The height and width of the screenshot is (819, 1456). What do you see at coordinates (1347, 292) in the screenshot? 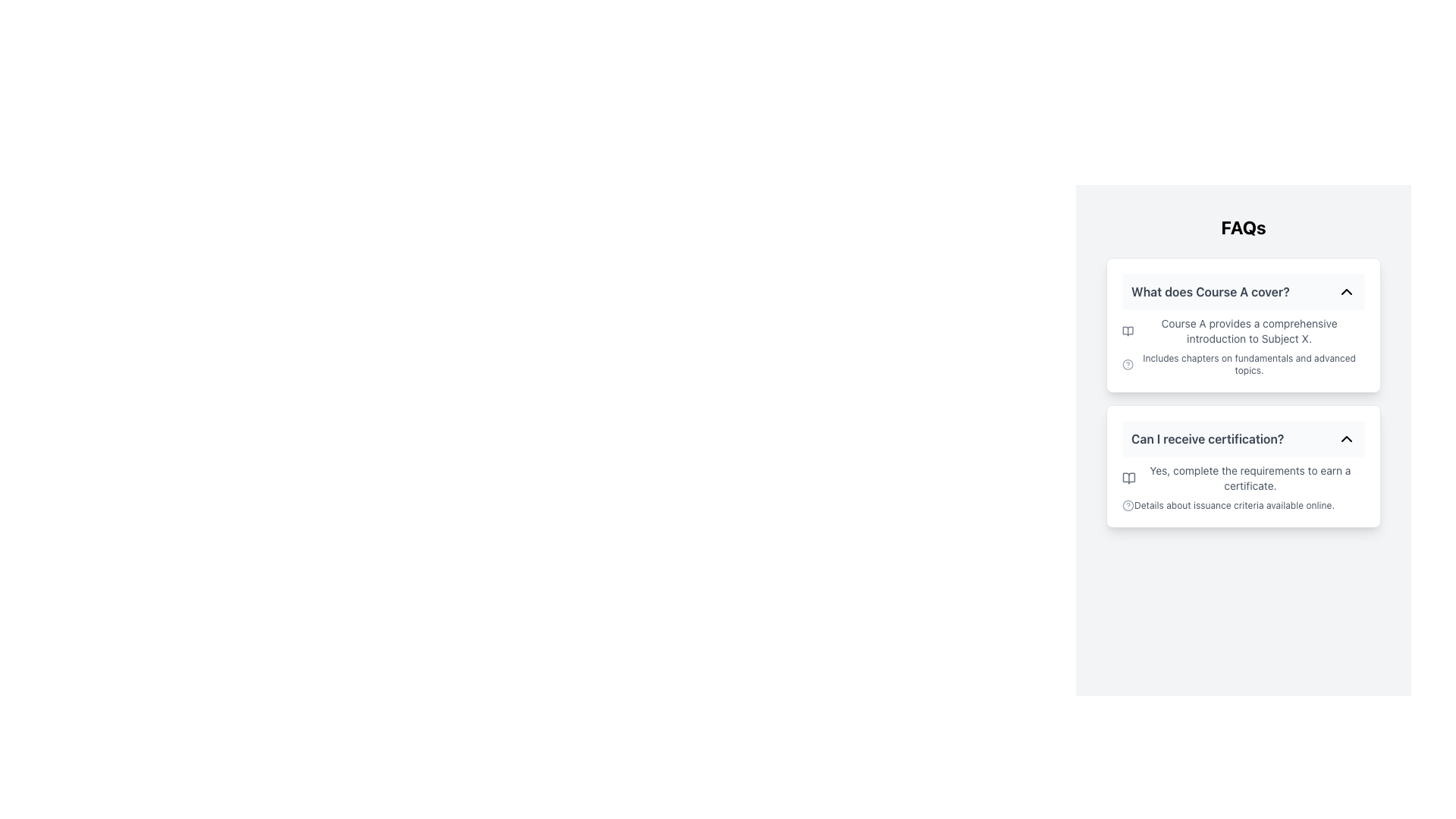
I see `the upward-pointing chevron arrow icon located at the top-right corner of the 'What does Course A cover?' box` at bounding box center [1347, 292].